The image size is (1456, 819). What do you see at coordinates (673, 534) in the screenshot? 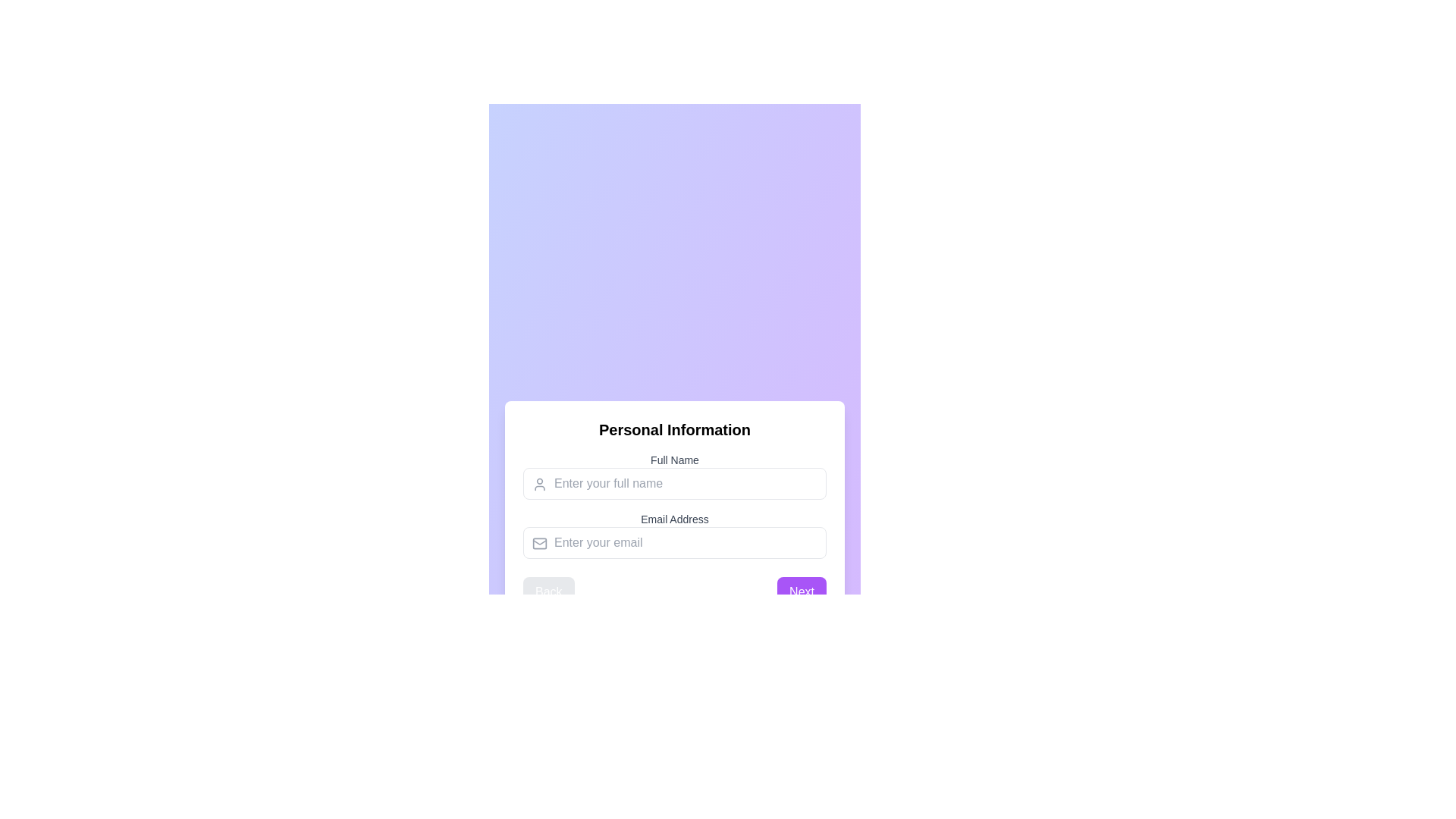
I see `the email input field located below the full name input field in the Personal Information section to focus this field` at bounding box center [673, 534].